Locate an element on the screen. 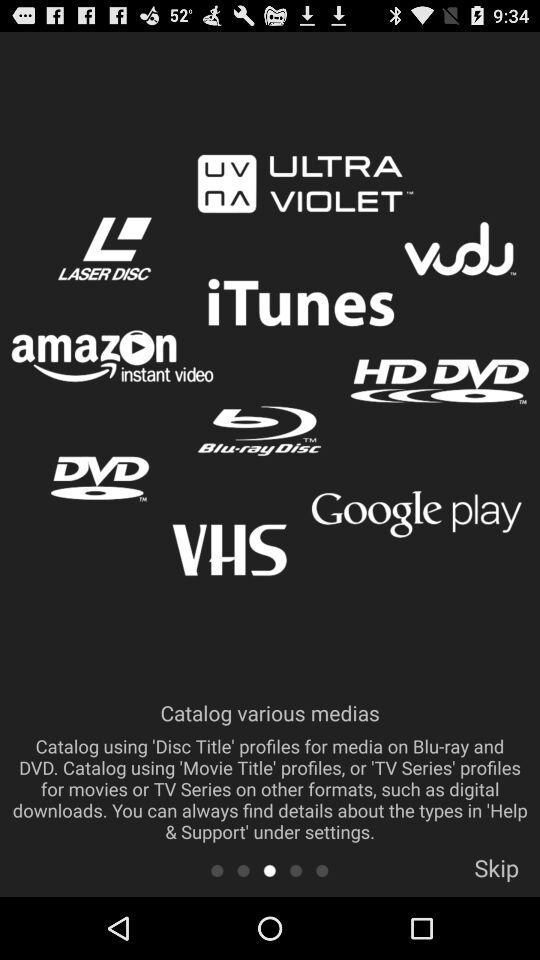 This screenshot has height=960, width=540. the icon below the catalog various medias icon is located at coordinates (322, 869).